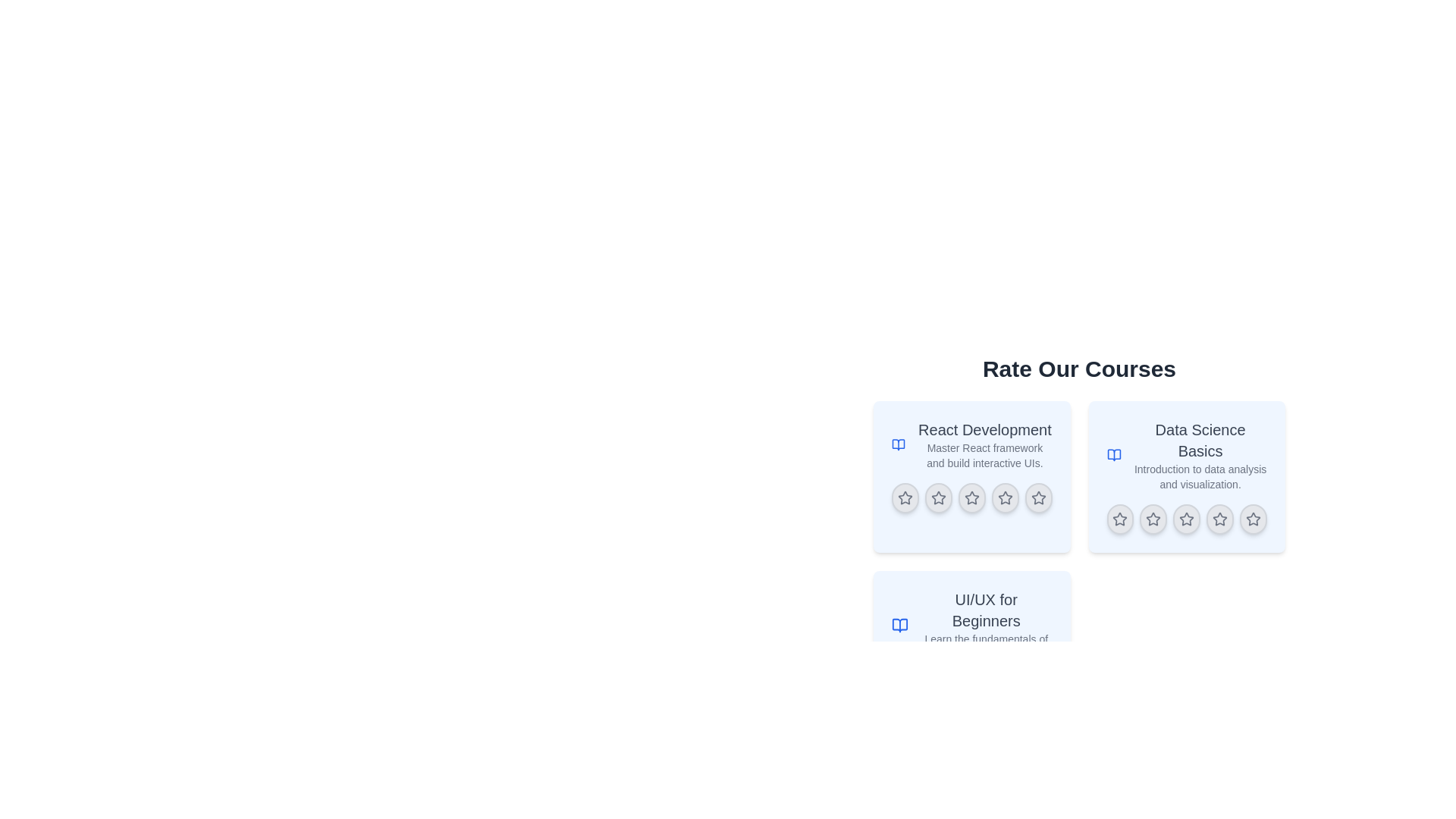 Image resolution: width=1456 pixels, height=819 pixels. What do you see at coordinates (1186, 519) in the screenshot?
I see `the interactive button with a star icon, which is the third button in a horizontal row located at the bottom of the 'Data Science Basics' card` at bounding box center [1186, 519].